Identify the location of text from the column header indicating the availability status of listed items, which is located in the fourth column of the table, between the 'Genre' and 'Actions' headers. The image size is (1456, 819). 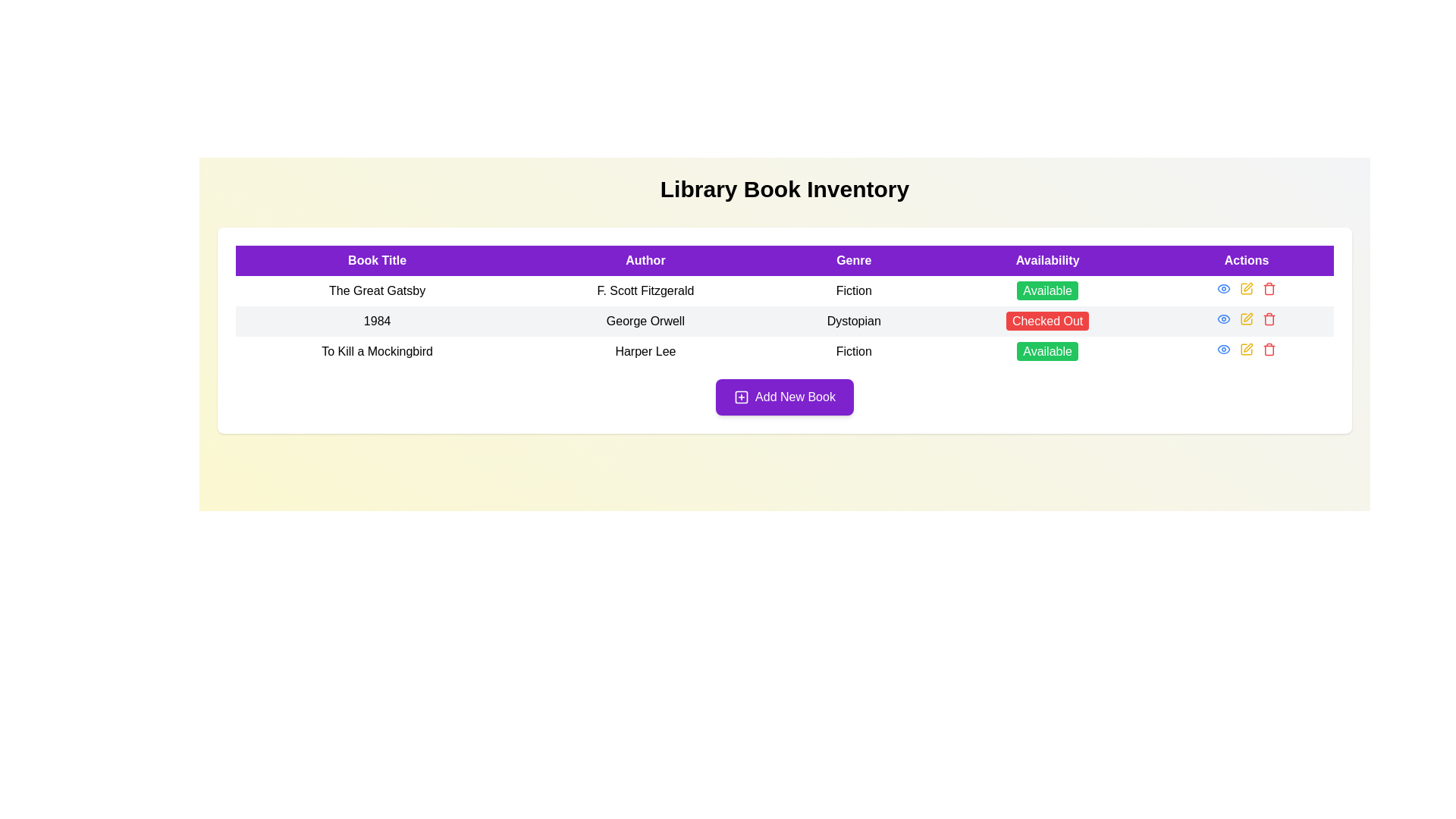
(1046, 259).